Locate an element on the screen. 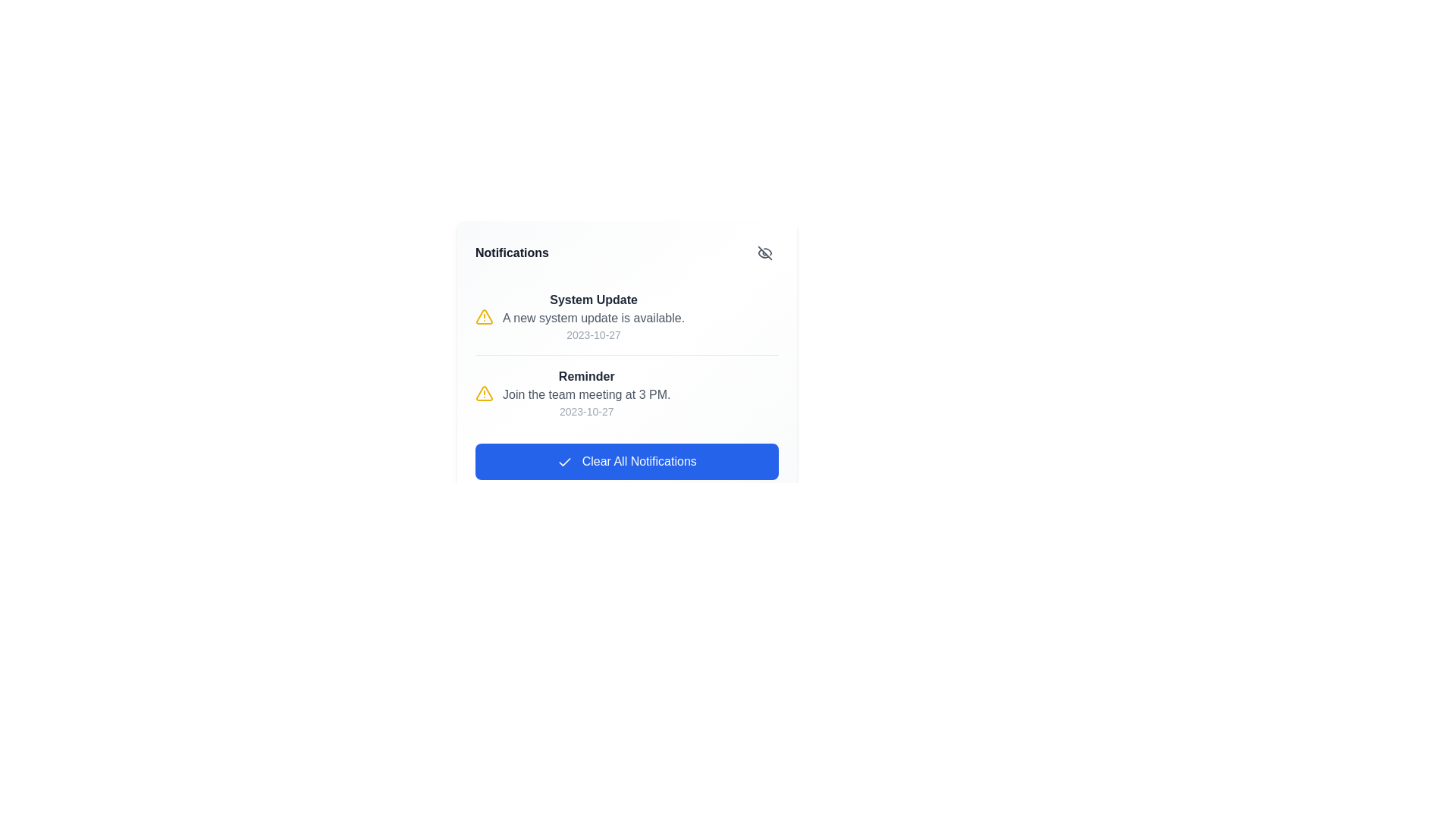 The height and width of the screenshot is (819, 1456). the Alert or Warning Symbol icon located at the start of the second notification row, which is directly to the left of the 'Reminder: Join the team meeting at 3 PM. 2023-10-27' text is located at coordinates (483, 393).